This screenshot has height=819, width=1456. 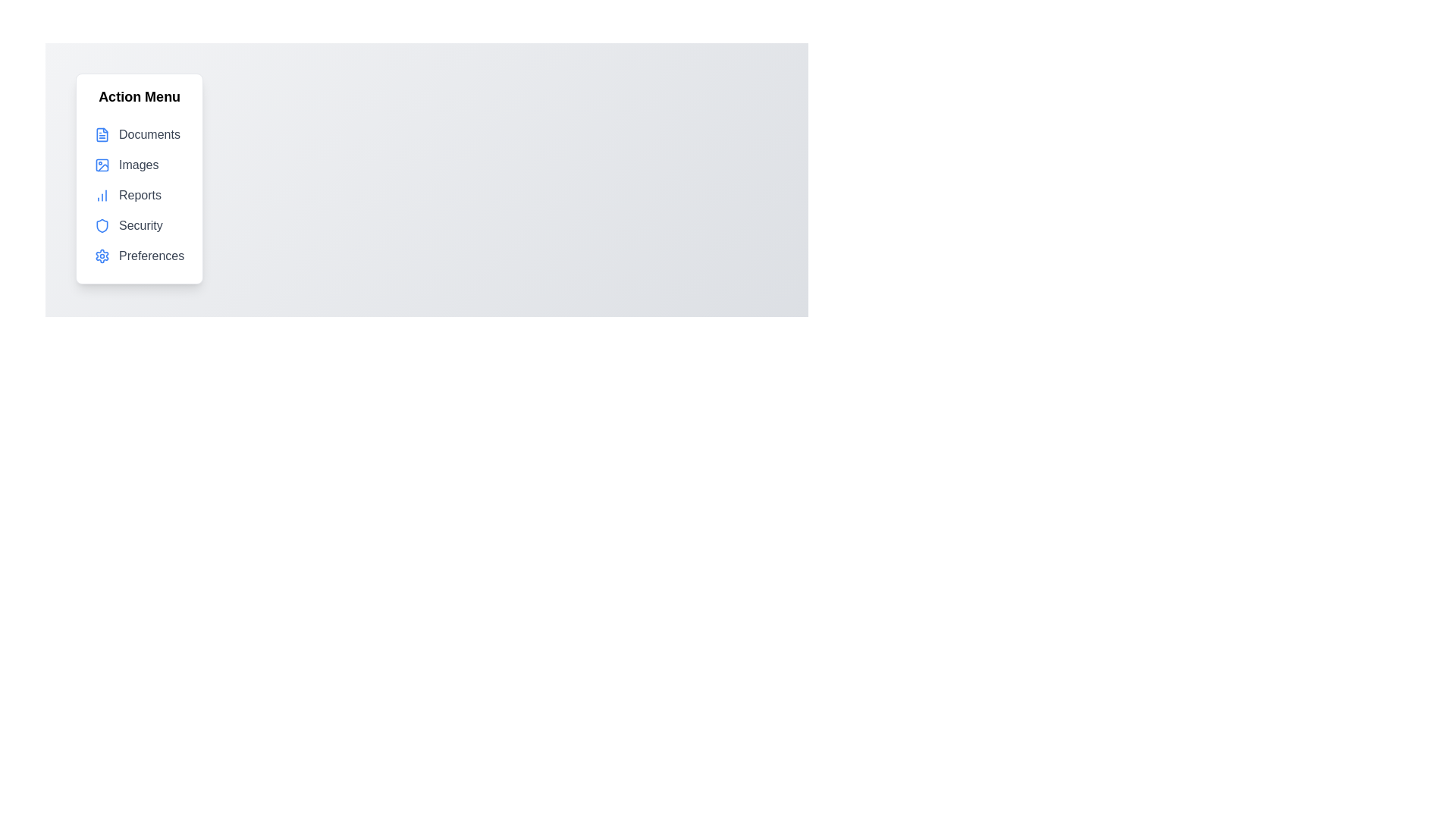 I want to click on the menu item labeled Images, so click(x=139, y=165).